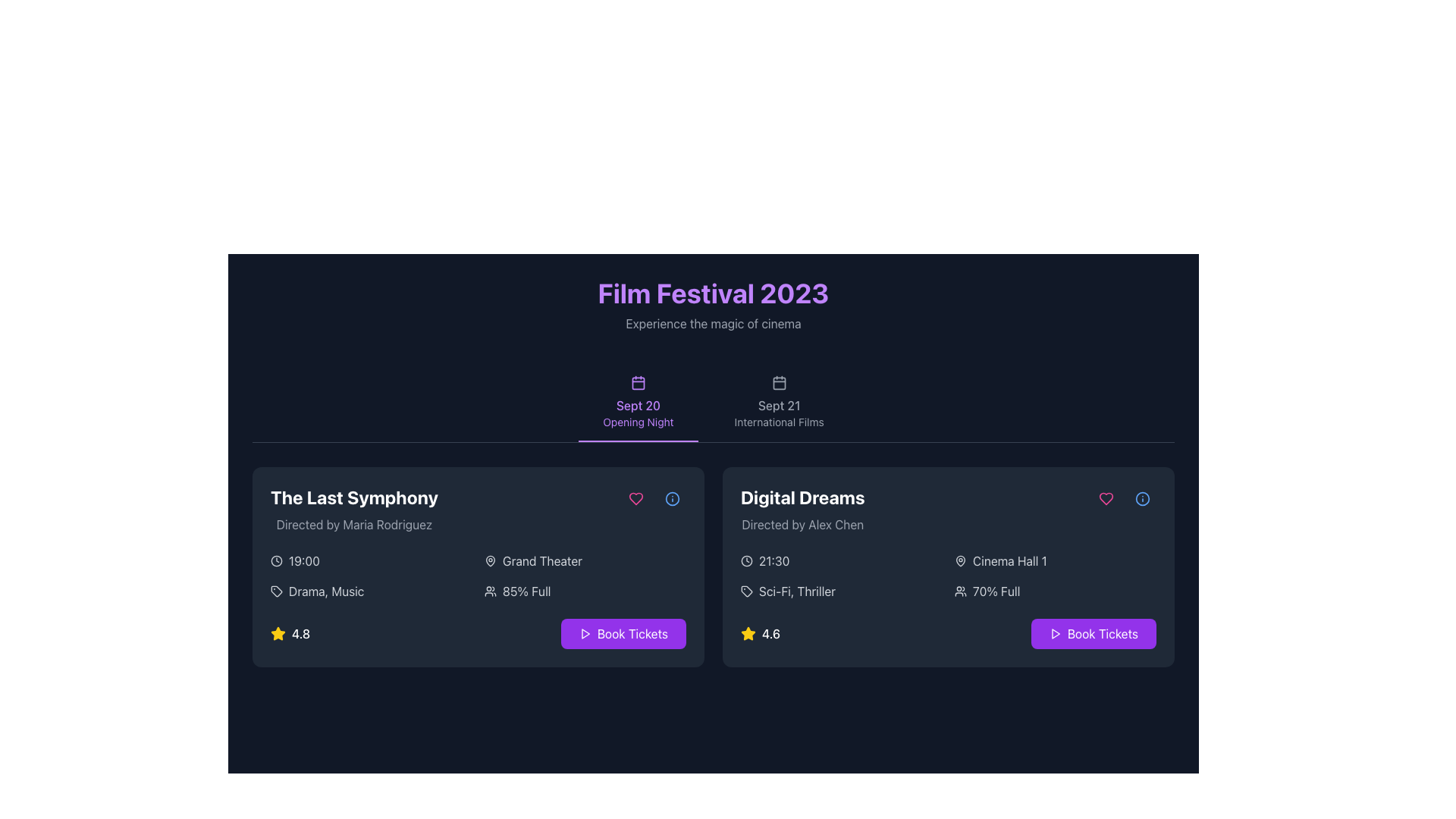  I want to click on the star-shaped icon with a bright yellow color located in the rating section of 'The Last Symphony' card, near the numerical rating value, so click(278, 633).